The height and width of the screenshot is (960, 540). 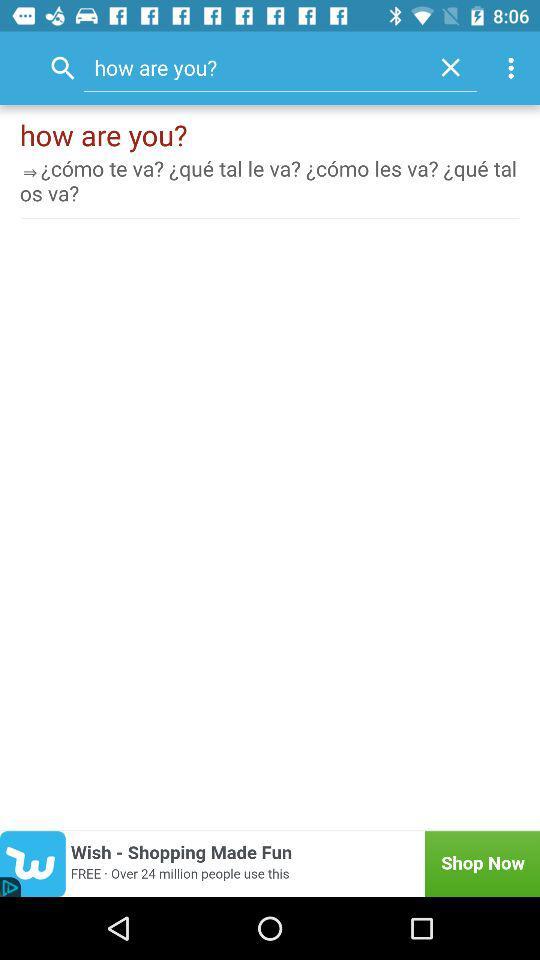 What do you see at coordinates (270, 863) in the screenshot?
I see `open your wish app` at bounding box center [270, 863].